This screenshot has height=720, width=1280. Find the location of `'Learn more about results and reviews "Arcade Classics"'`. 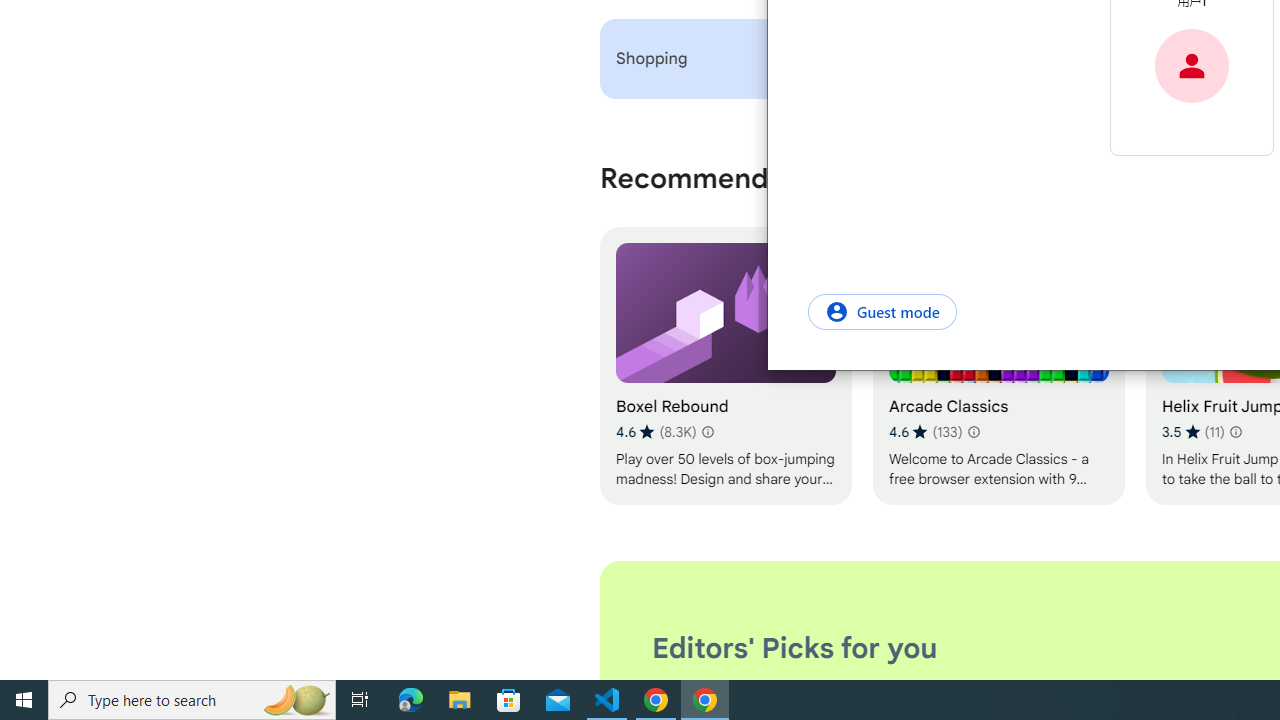

'Learn more about results and reviews "Arcade Classics"' is located at coordinates (972, 431).